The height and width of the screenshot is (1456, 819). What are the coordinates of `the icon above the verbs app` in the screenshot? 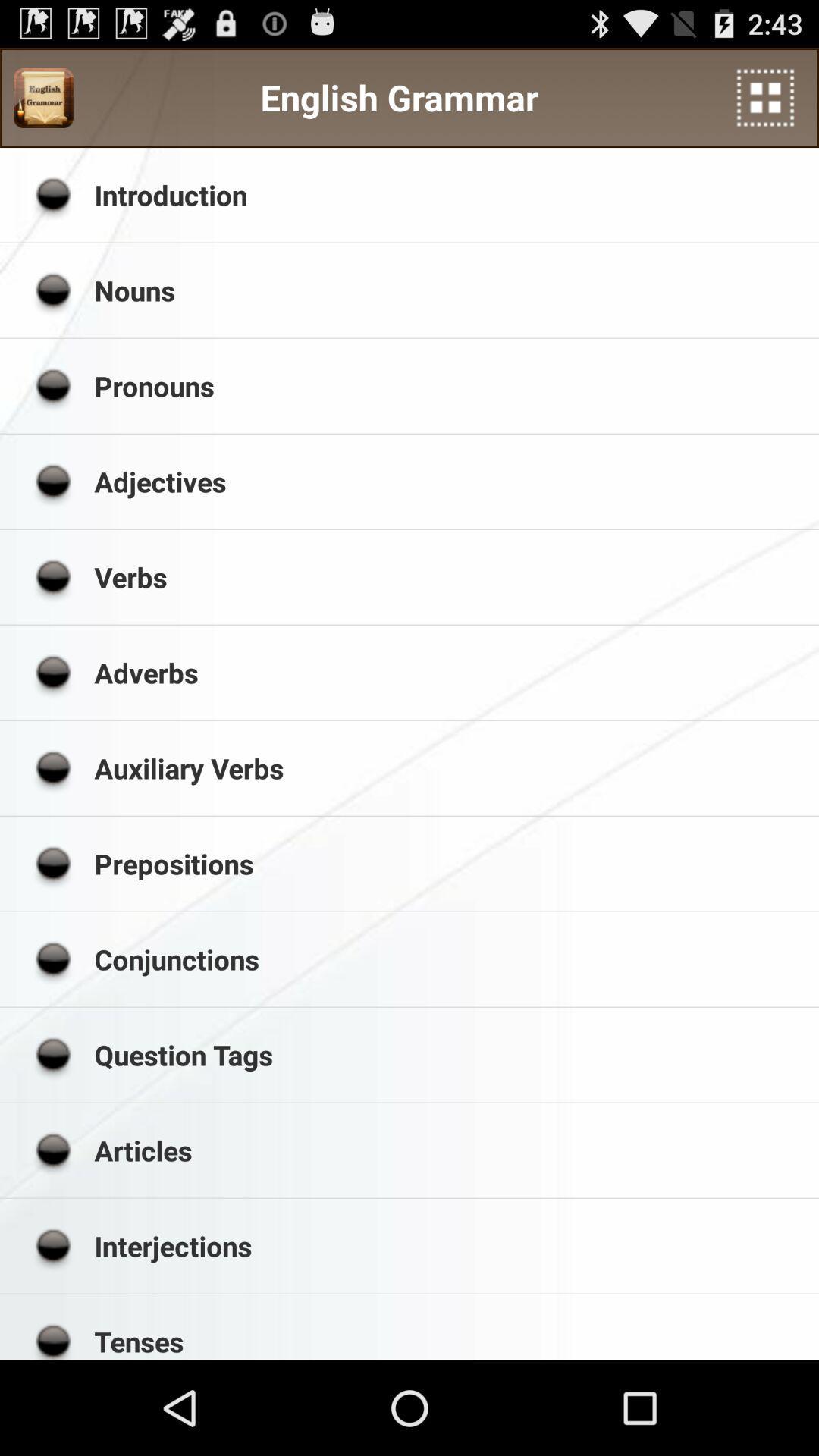 It's located at (450, 481).